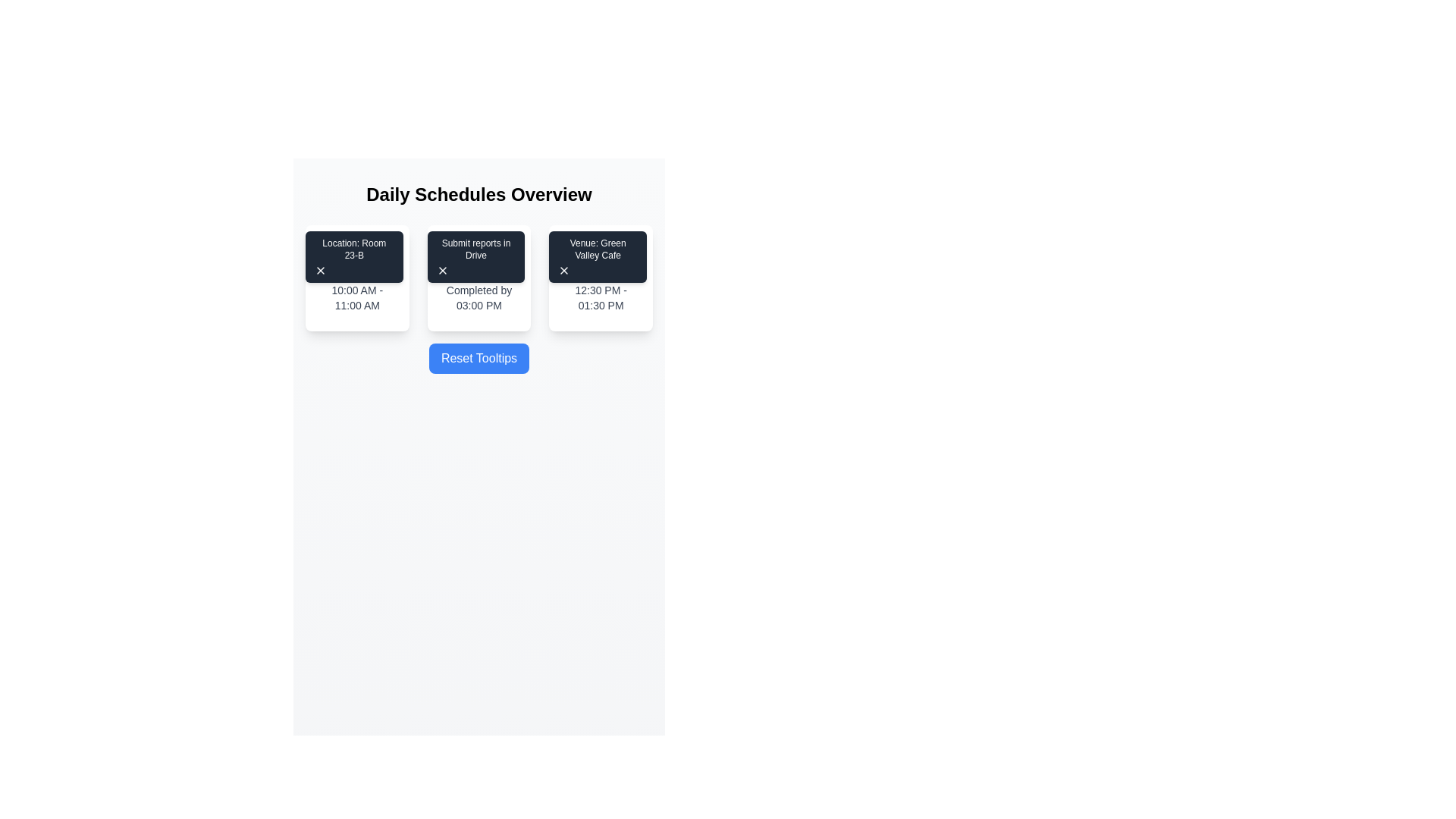 Image resolution: width=1456 pixels, height=819 pixels. What do you see at coordinates (479, 278) in the screenshot?
I see `the informational card that provides details about the project deadline and report submission instructions, which is the second card in a grid layout under the 'Daily Schedules Overview'` at bounding box center [479, 278].